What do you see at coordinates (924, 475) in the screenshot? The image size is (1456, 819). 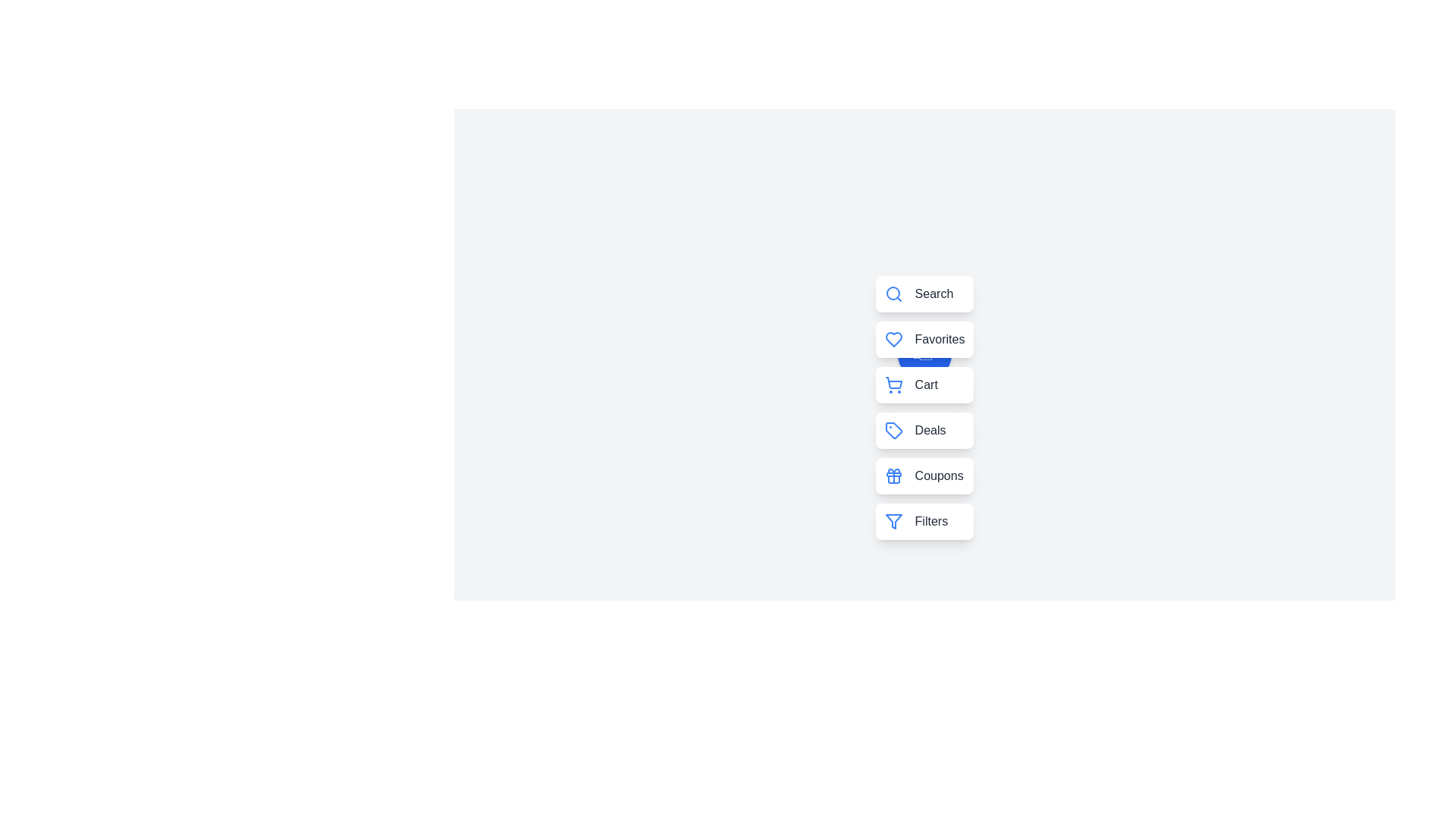 I see `the 'Coupons' button located in the fifth position of a vertical list of six buttons, situated between the 'Deals' and 'Filters' buttons, to observe the hover effect` at bounding box center [924, 475].